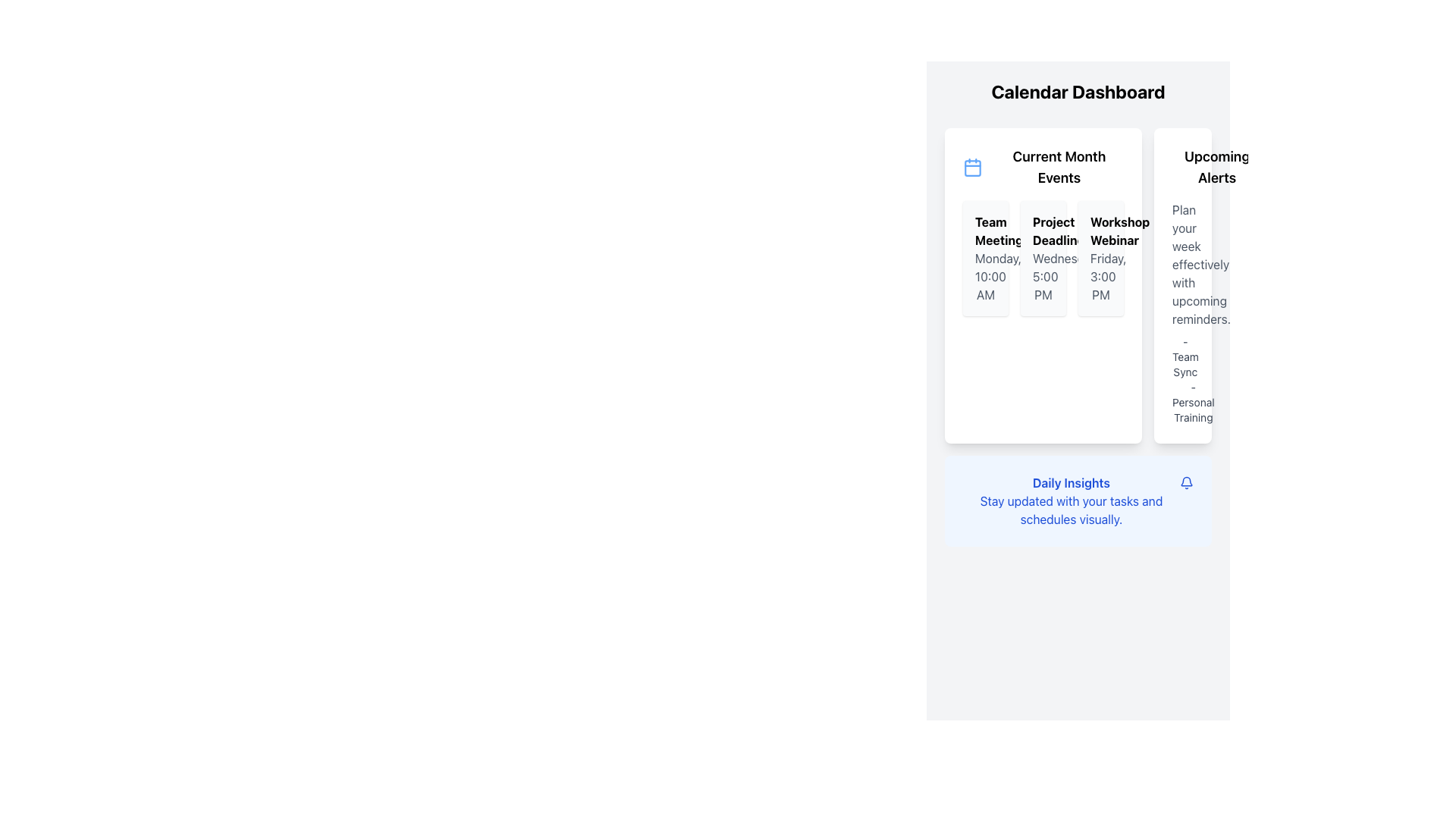 This screenshot has height=819, width=1456. What do you see at coordinates (1043, 257) in the screenshot?
I see `the informational card that displays the project deadline in the 'Current Month Events' section, located between 'Team Meeting' and 'Workshop Webinar'` at bounding box center [1043, 257].